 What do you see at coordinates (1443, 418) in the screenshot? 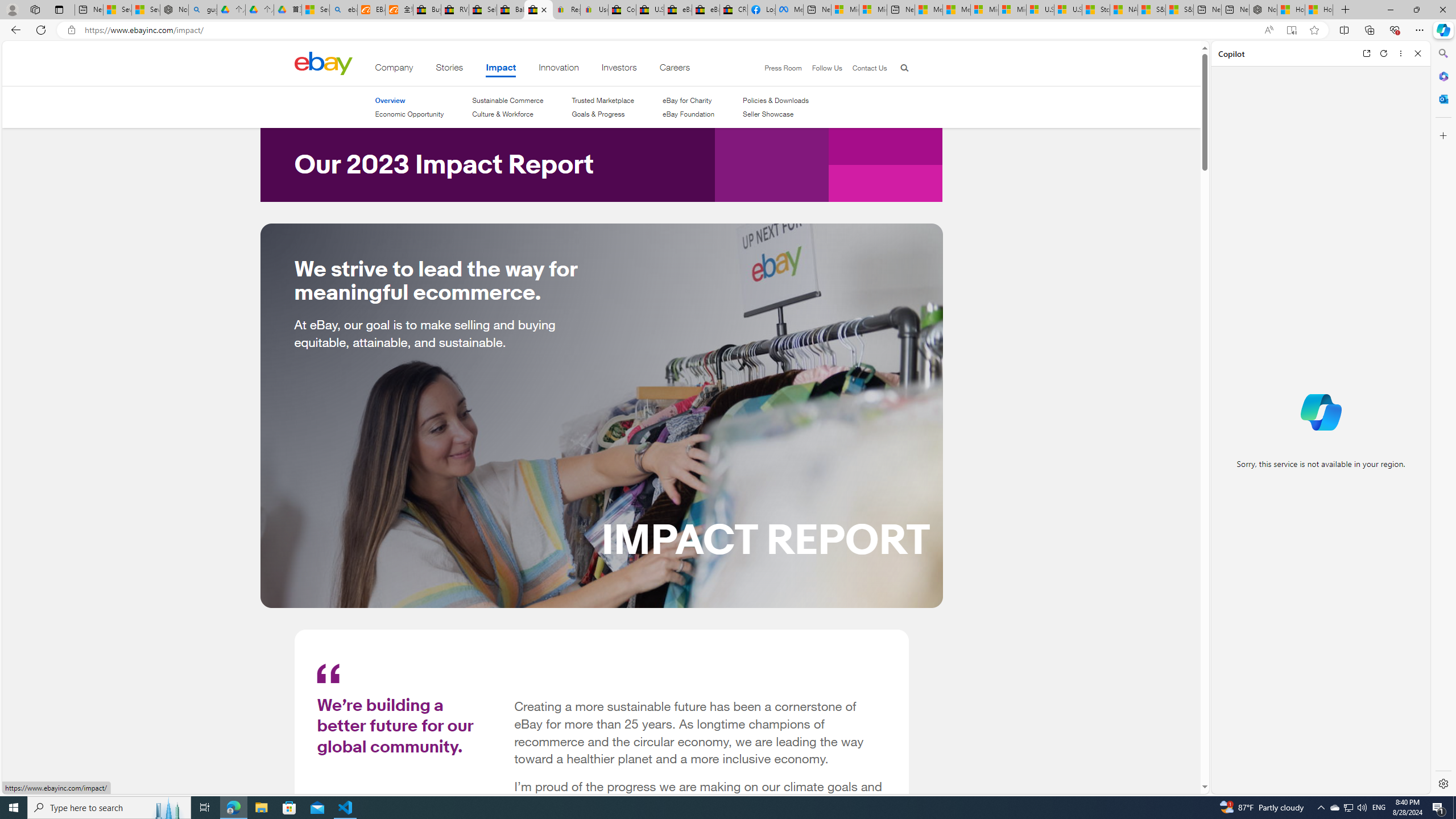
I see `'Side bar'` at bounding box center [1443, 418].